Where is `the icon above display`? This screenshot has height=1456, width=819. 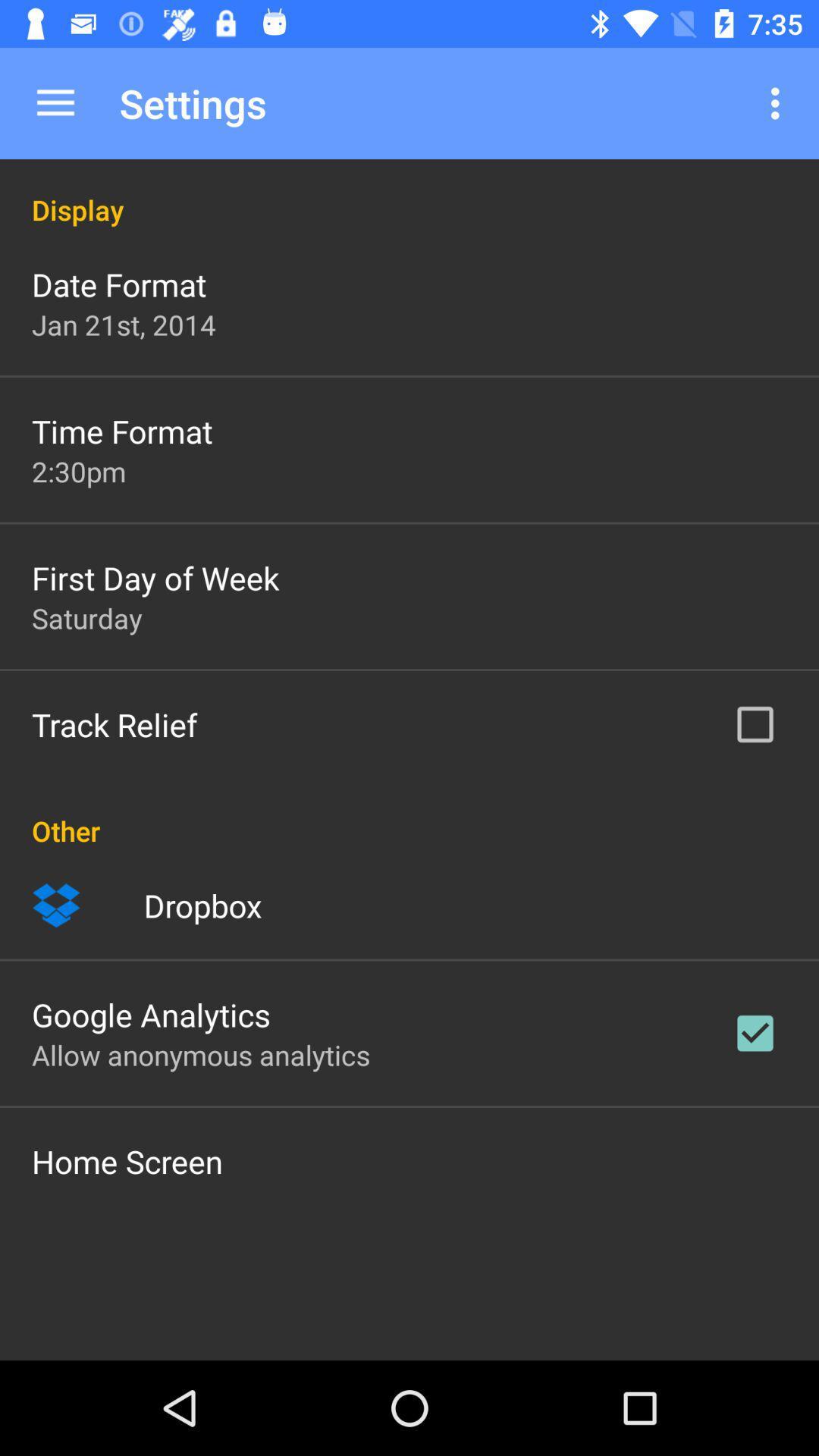 the icon above display is located at coordinates (55, 102).